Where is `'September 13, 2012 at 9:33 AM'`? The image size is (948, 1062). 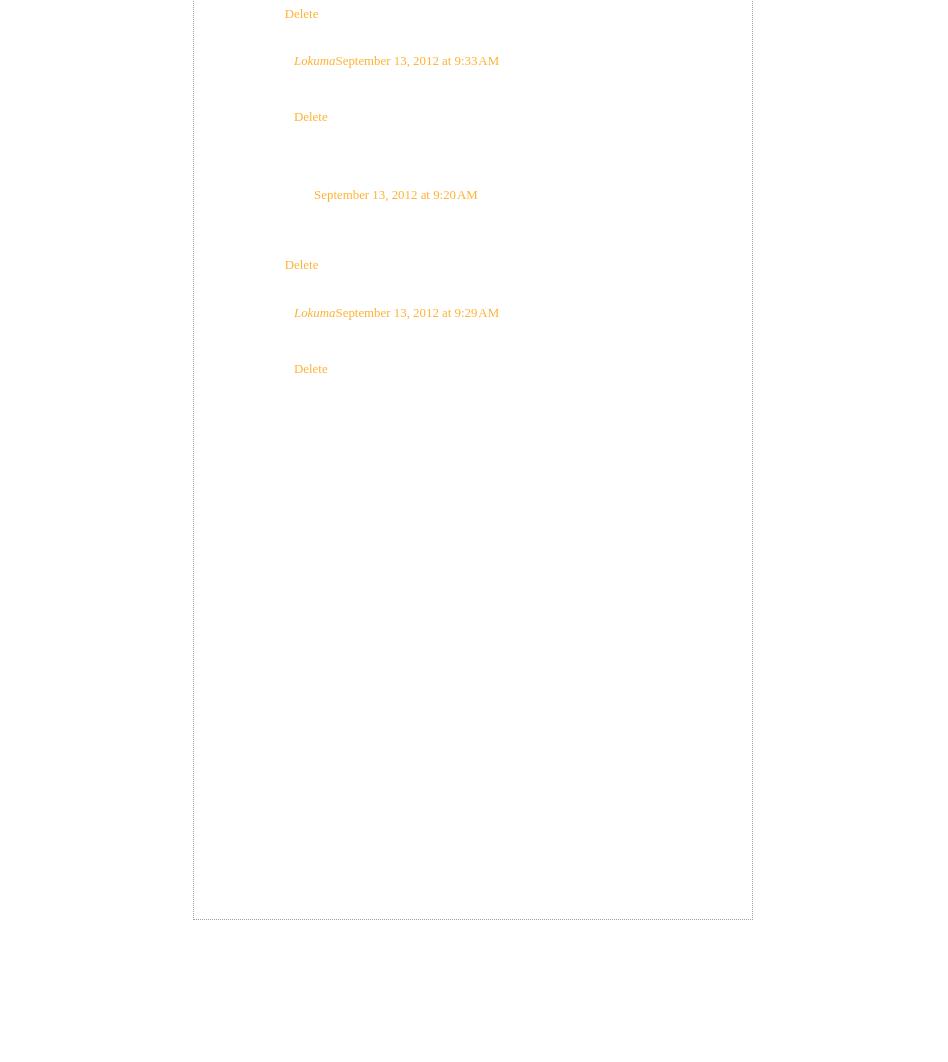
'September 13, 2012 at 9:33 AM' is located at coordinates (416, 60).